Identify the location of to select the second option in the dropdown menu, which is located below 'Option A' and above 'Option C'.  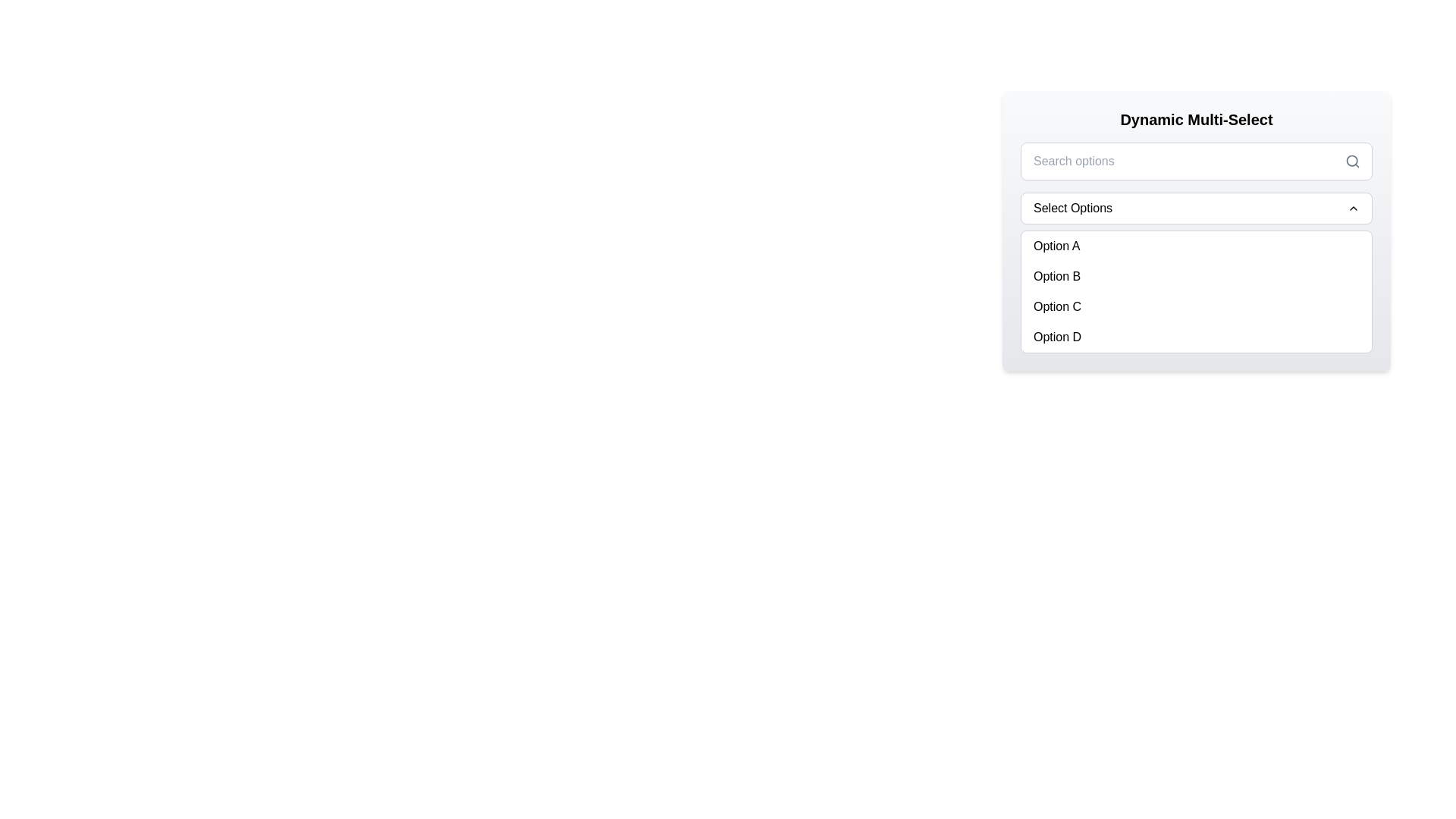
(1196, 277).